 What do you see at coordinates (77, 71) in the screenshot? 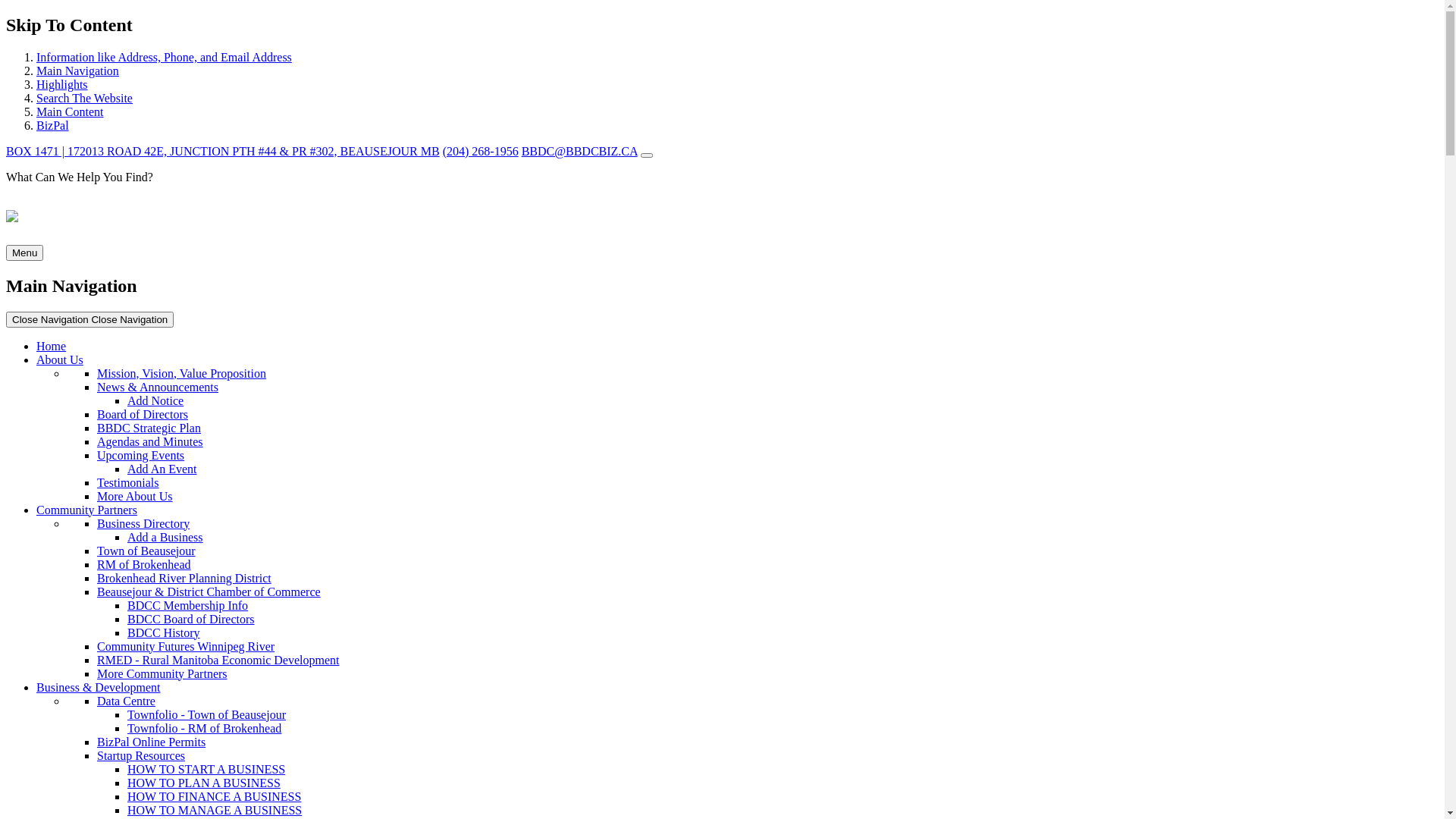
I see `'Main Navigation'` at bounding box center [77, 71].